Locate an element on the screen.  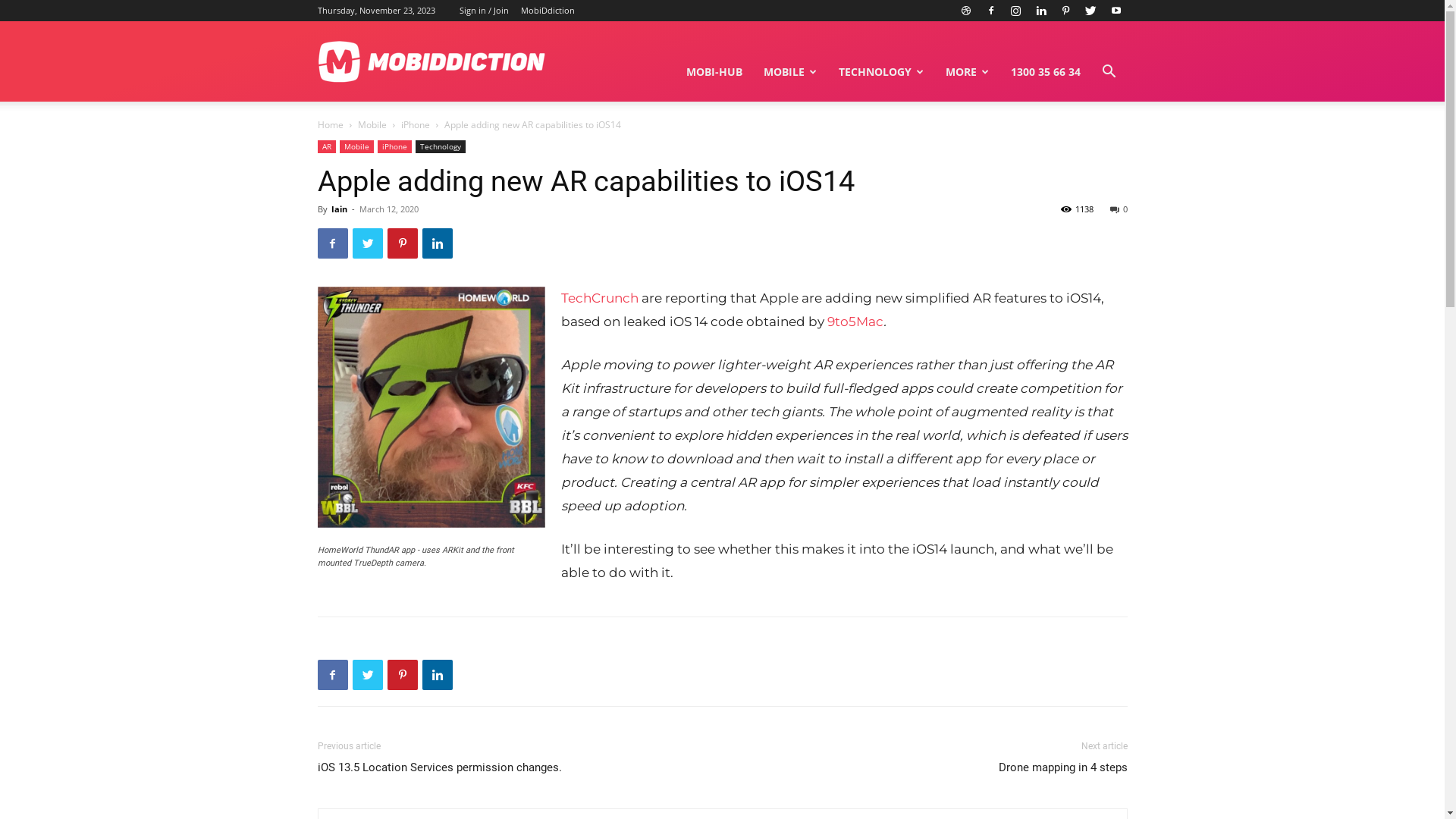
'iOS 13.5 Location Services permission changes.' is located at coordinates (438, 767).